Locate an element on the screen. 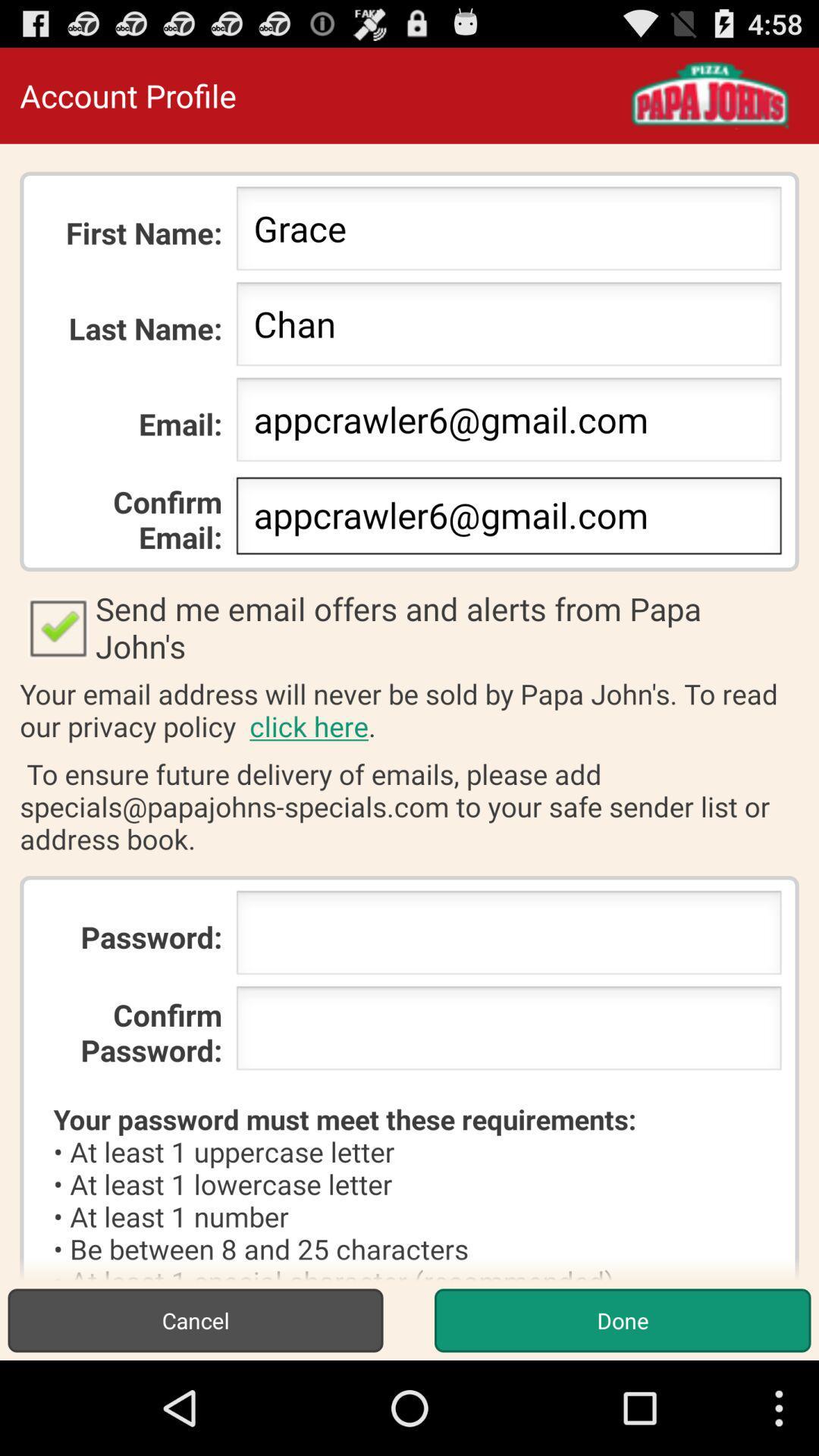  icon to the right of the last name: item is located at coordinates (509, 328).